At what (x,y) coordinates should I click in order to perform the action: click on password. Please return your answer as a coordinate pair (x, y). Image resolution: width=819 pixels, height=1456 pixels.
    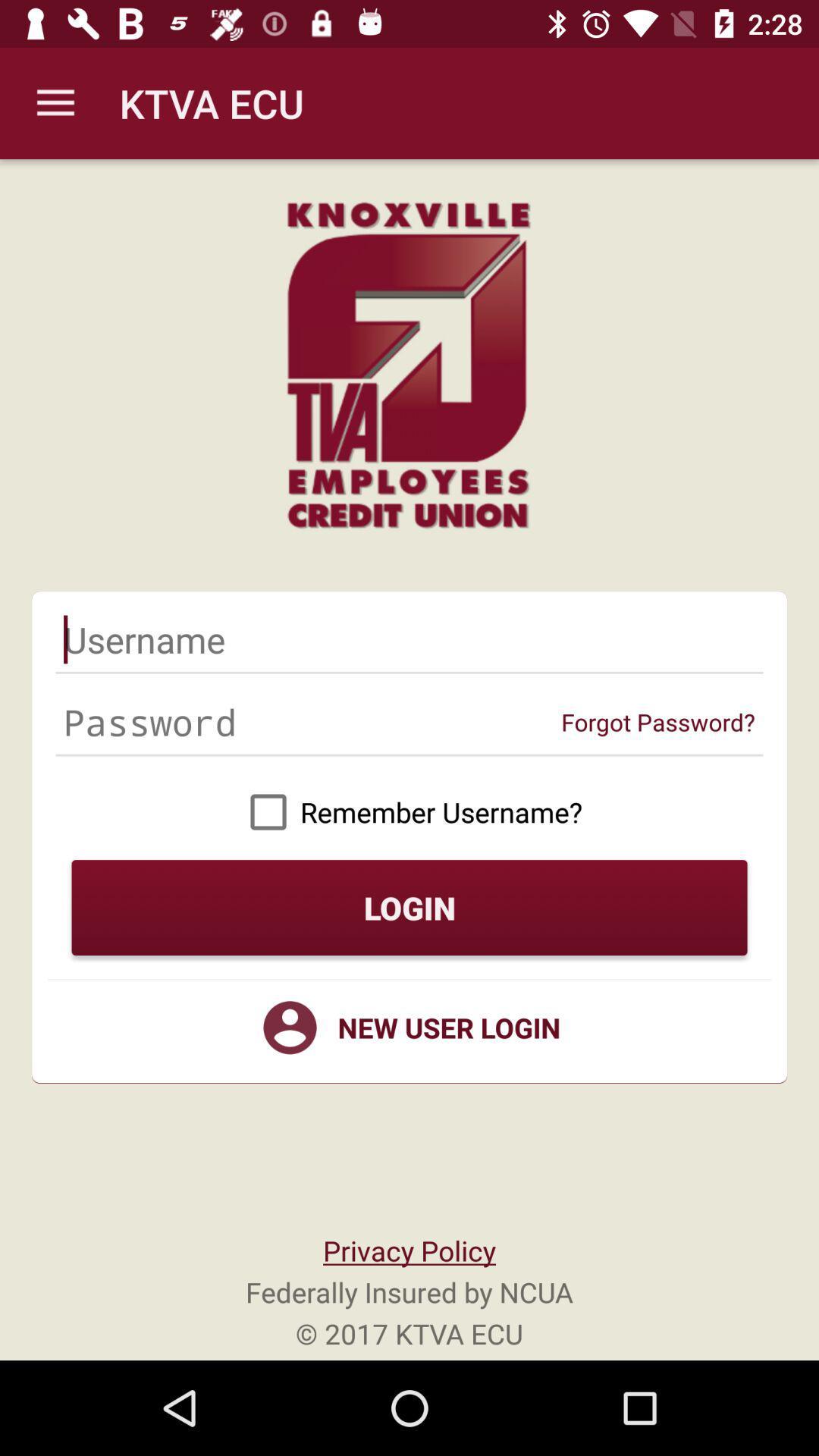
    Looking at the image, I should click on (312, 721).